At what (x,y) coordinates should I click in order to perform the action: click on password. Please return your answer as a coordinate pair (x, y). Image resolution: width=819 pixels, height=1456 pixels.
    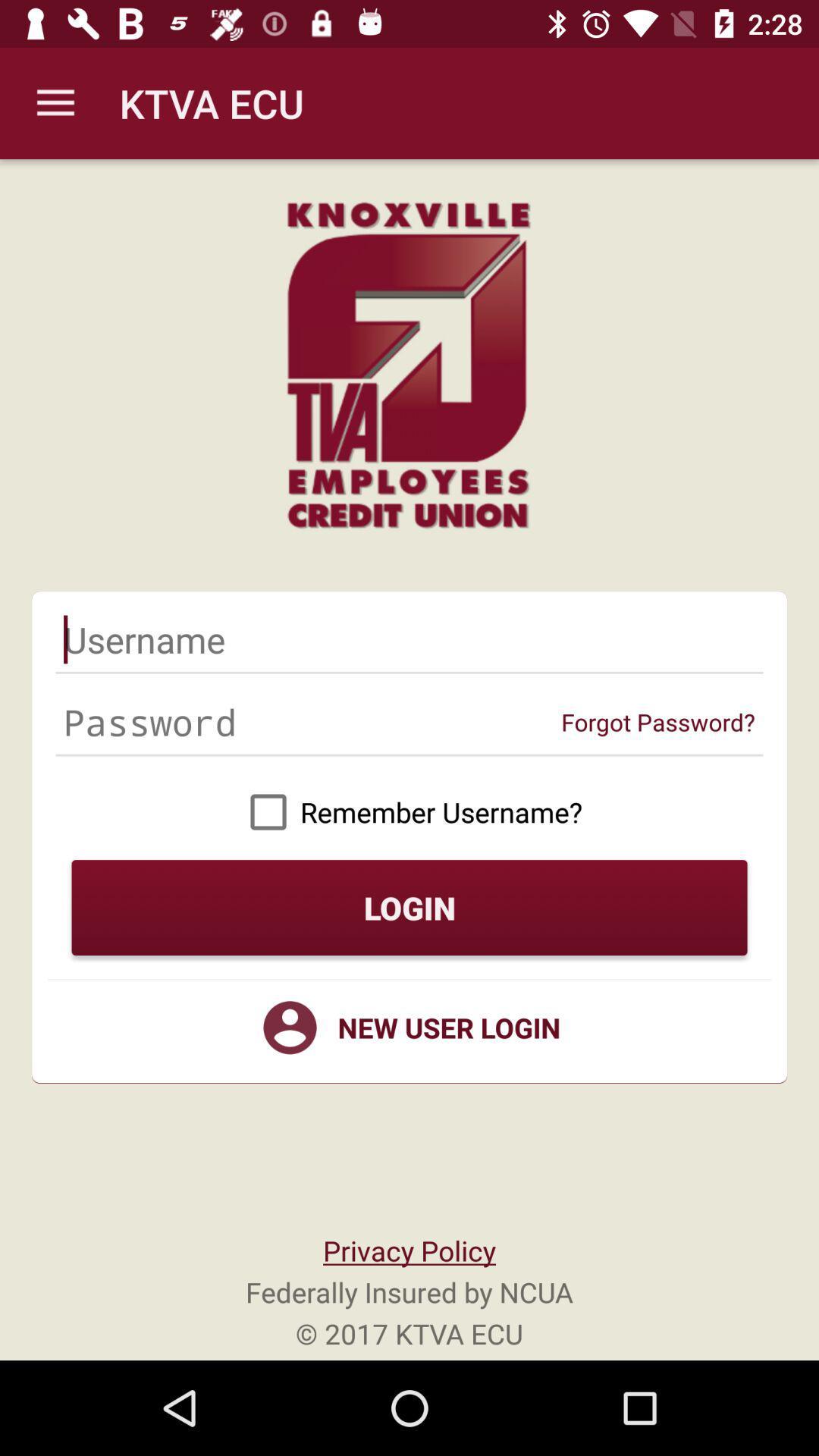
    Looking at the image, I should click on (312, 721).